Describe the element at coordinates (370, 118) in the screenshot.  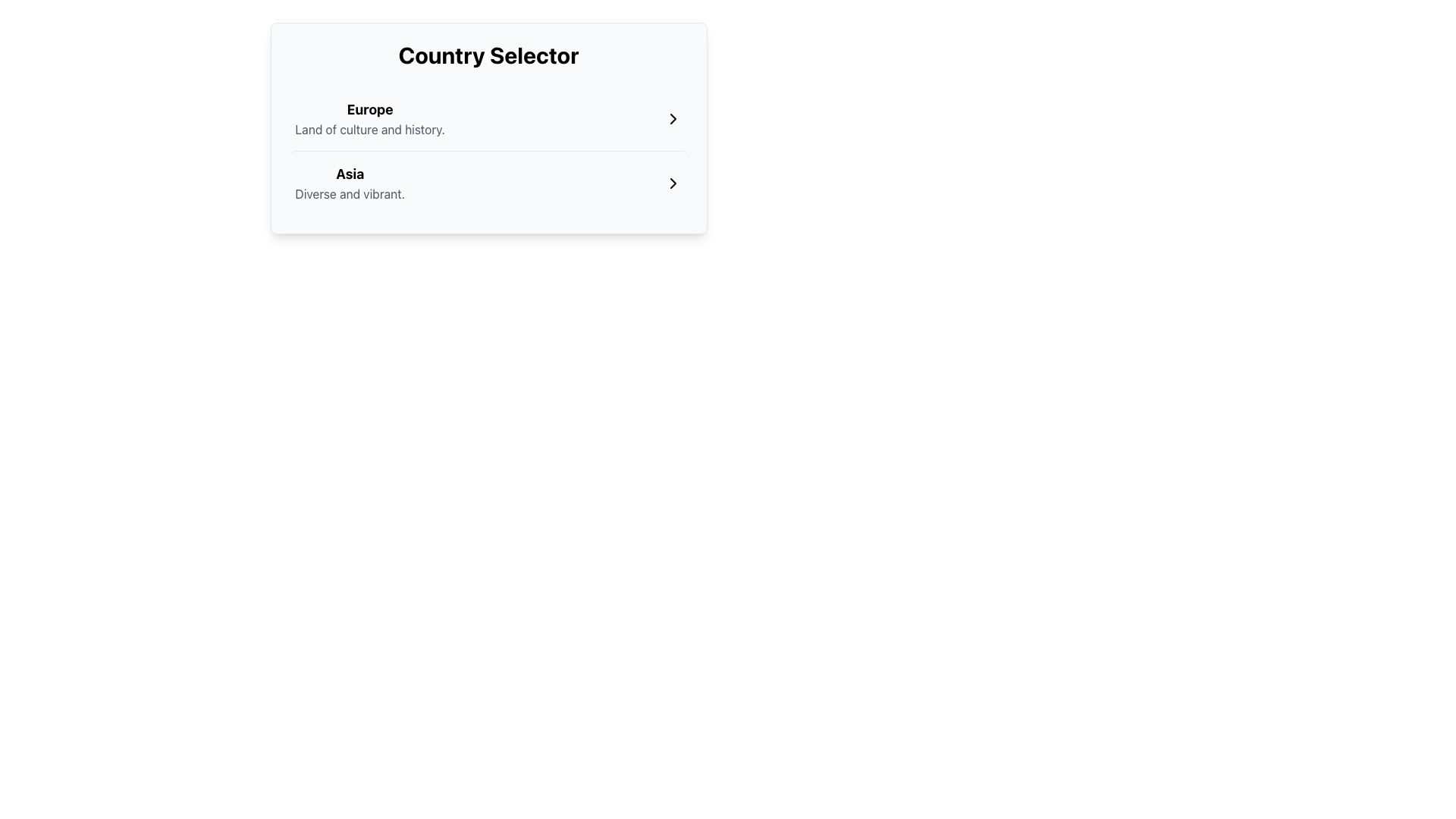
I see `the first list item titled 'Europe' in the 'Country Selector' section` at that location.